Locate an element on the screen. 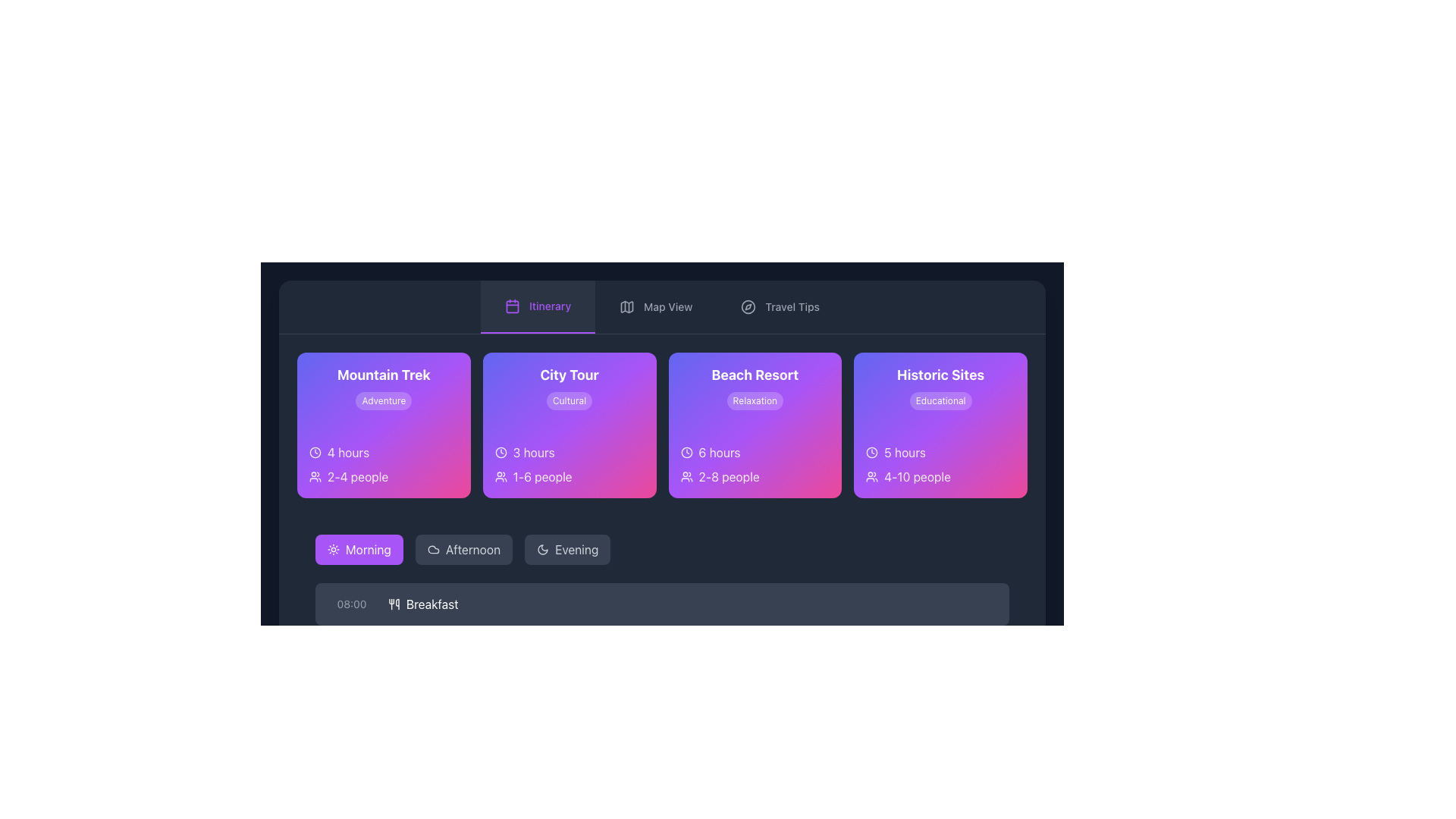 This screenshot has height=819, width=1456. details from the text label indicating the capacity of people for the 'Mountain Trek' activity, which is located at the bottom of the card labeled 'Mountain Trek' is located at coordinates (357, 475).